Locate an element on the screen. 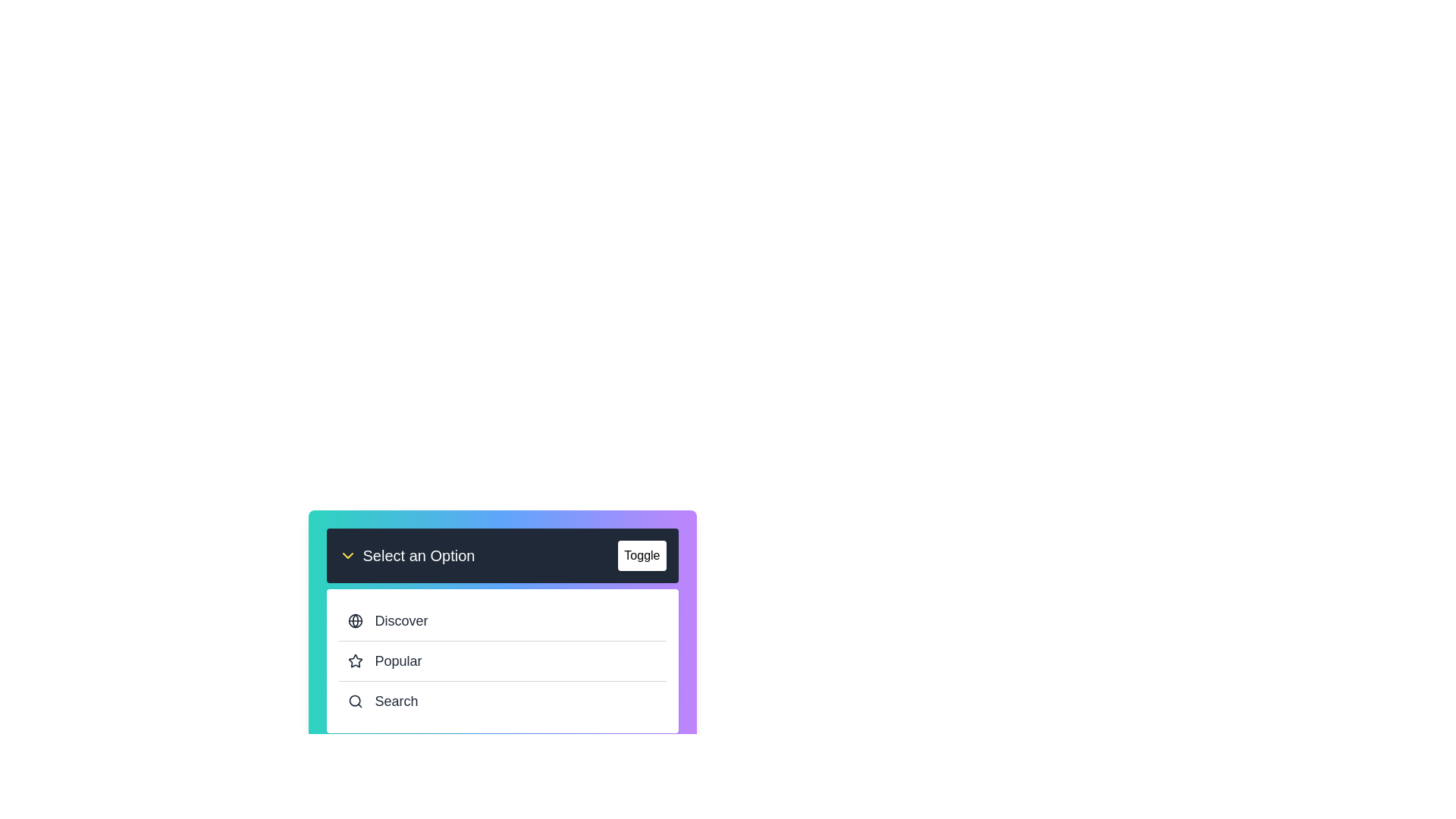 This screenshot has height=819, width=1456. the Popular from the dropdown menu is located at coordinates (502, 660).